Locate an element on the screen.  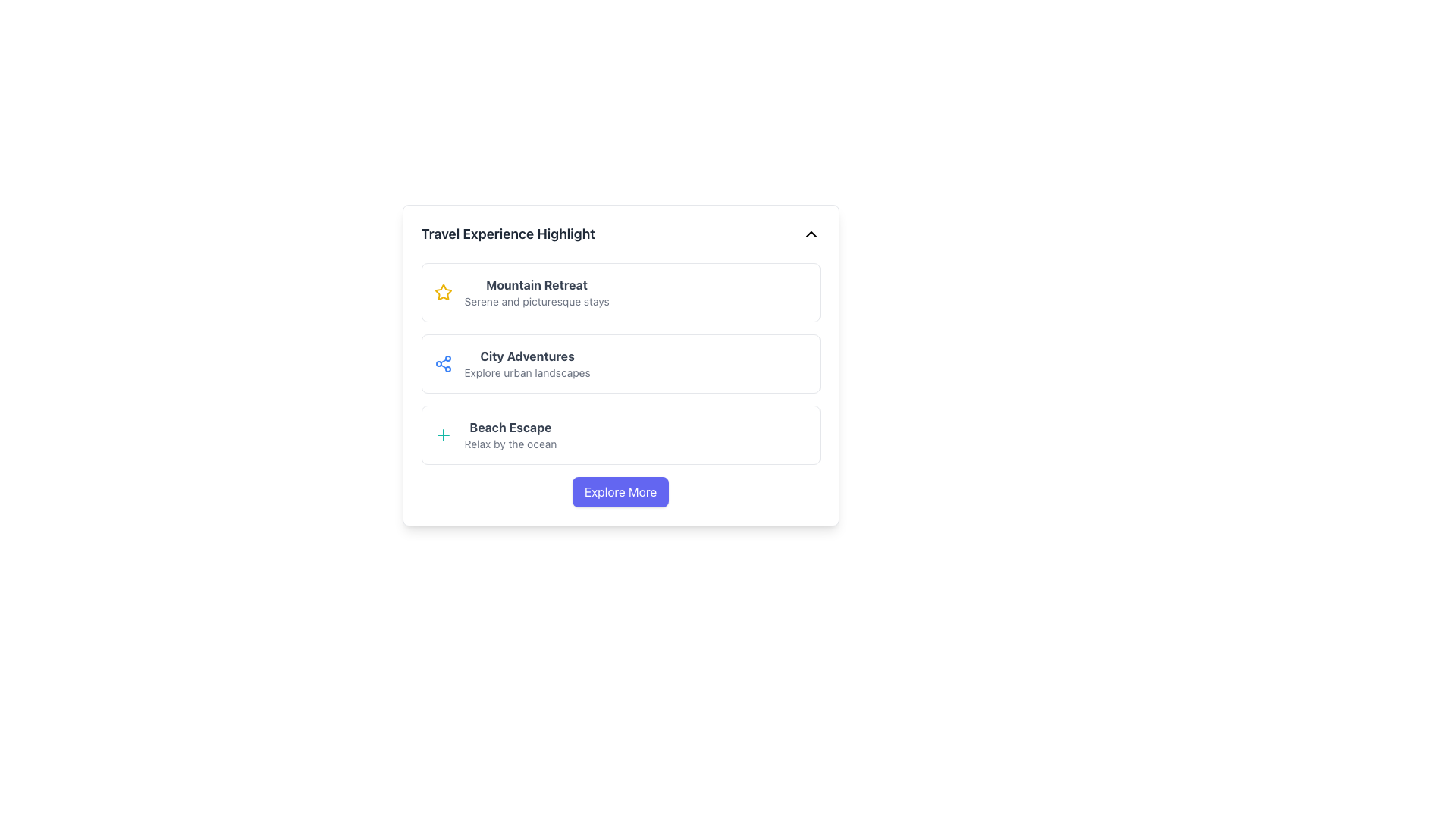
the 'City Adventures' list item is located at coordinates (620, 366).